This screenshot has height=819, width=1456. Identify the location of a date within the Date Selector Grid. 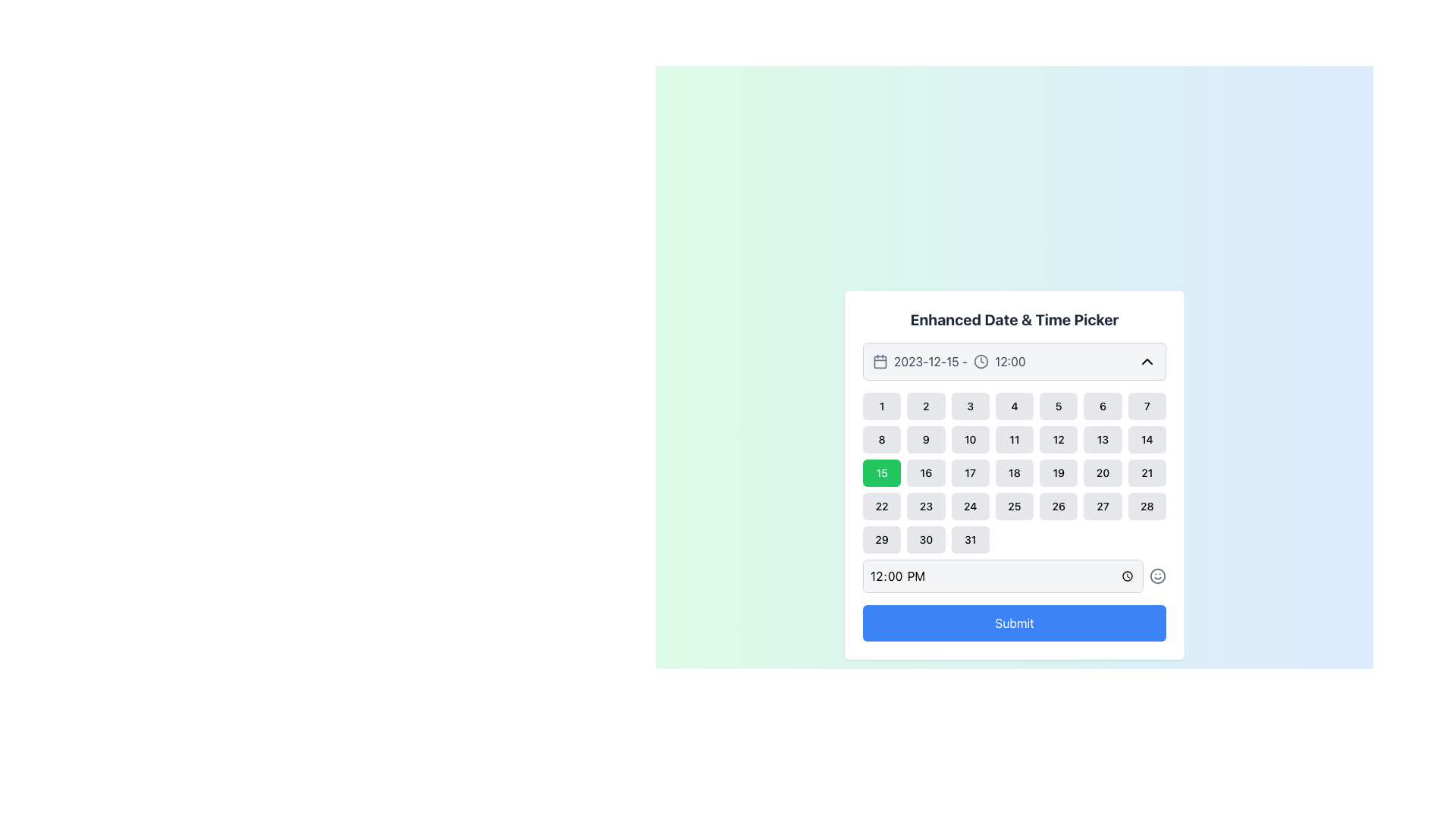
(1015, 472).